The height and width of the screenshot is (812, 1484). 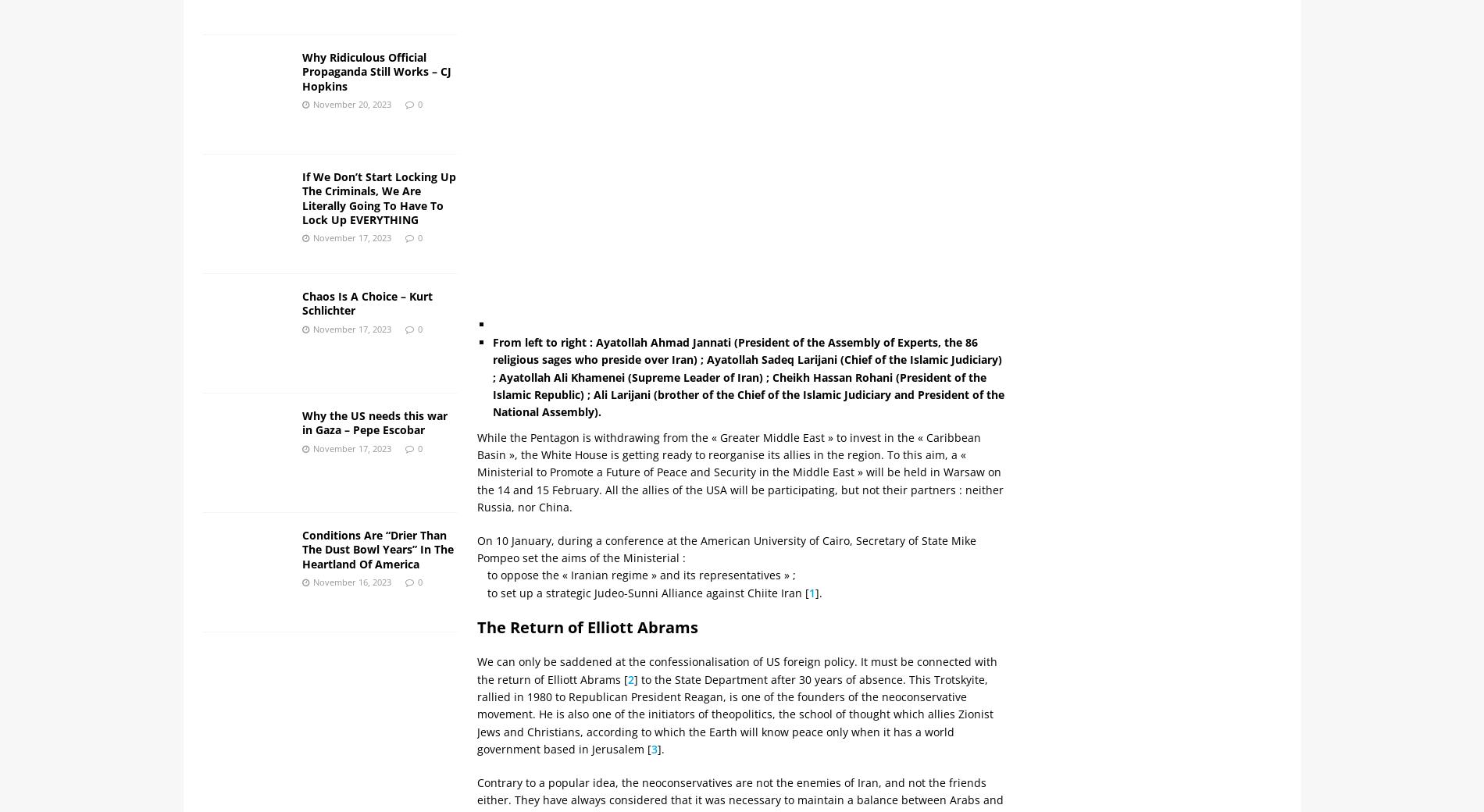 What do you see at coordinates (376, 549) in the screenshot?
I see `'Conditions Are “Drier Than The Dust Bowl Years” In The Heartland Of America'` at bounding box center [376, 549].